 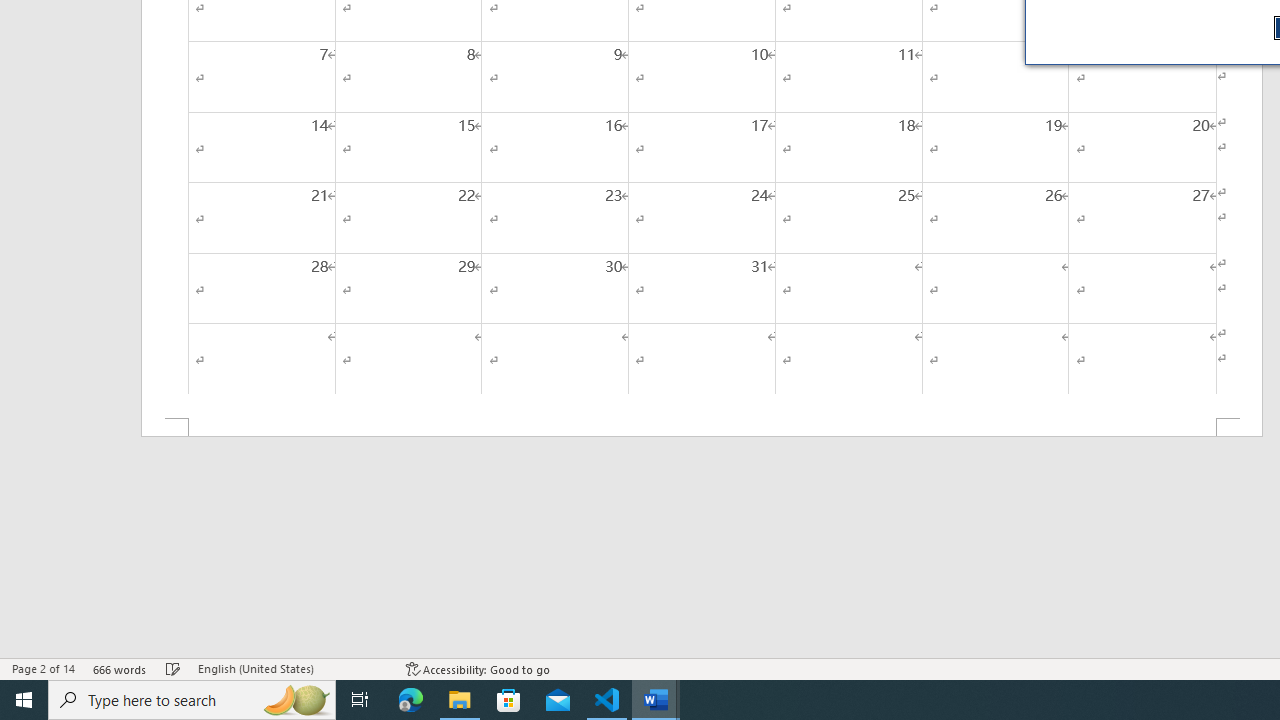 I want to click on 'File Explorer - 1 running window', so click(x=459, y=698).